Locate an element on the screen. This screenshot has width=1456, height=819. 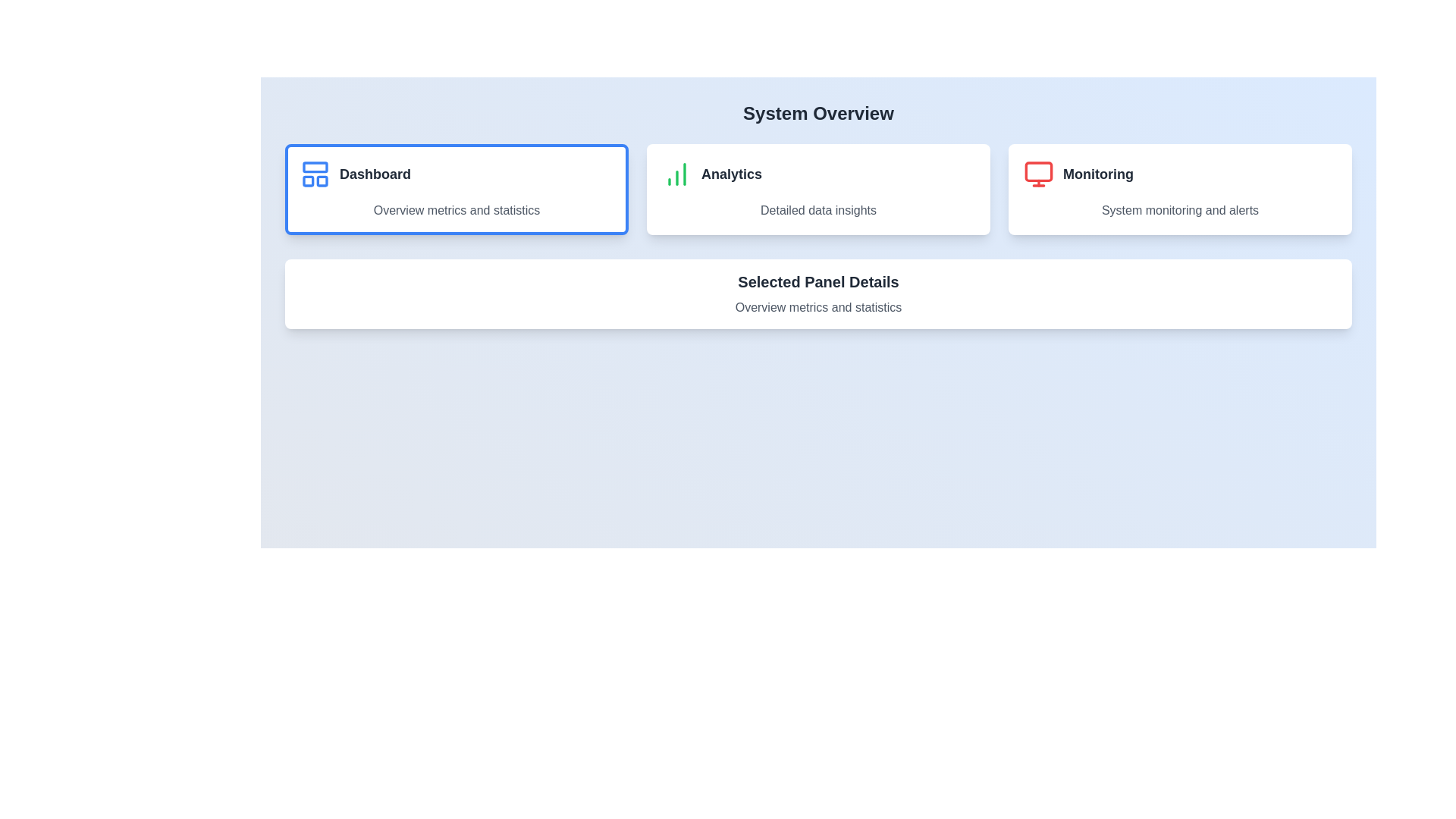
text content of the label displaying 'Monitoring', which is styled in bold, large font and positioned adjacent to a monitor icon within a card element is located at coordinates (1098, 174).